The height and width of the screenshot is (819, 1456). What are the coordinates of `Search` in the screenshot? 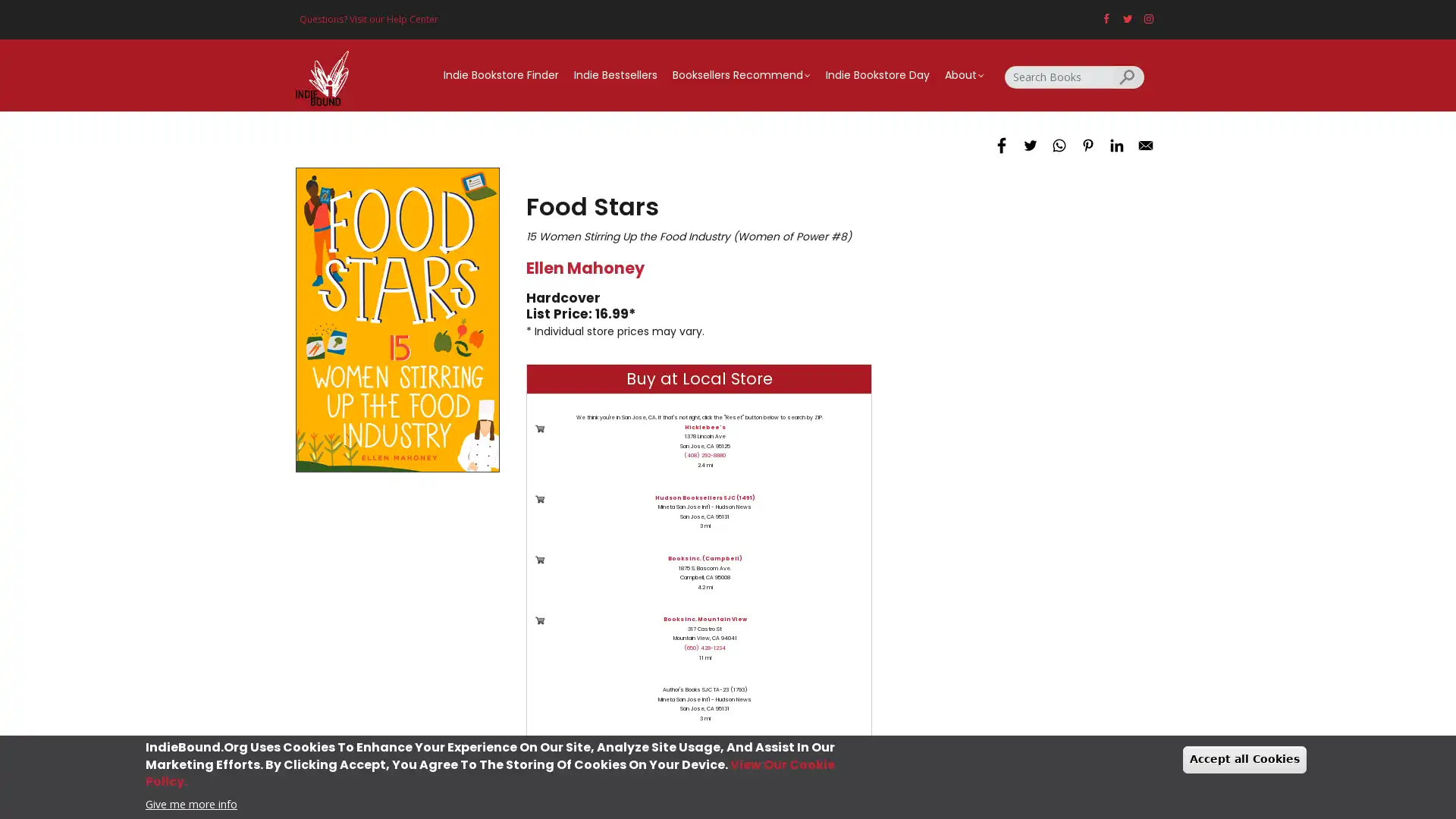 It's located at (1128, 76).